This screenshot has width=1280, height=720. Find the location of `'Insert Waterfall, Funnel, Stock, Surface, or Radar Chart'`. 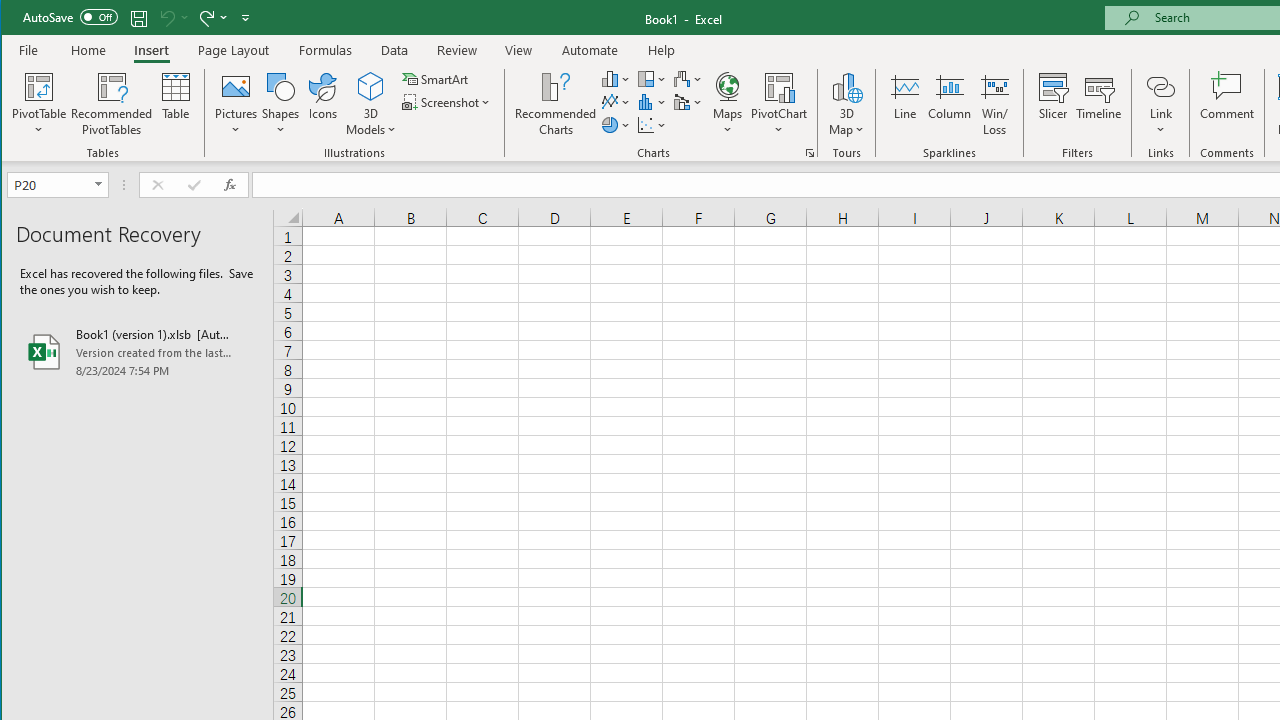

'Insert Waterfall, Funnel, Stock, Surface, or Radar Chart' is located at coordinates (688, 78).